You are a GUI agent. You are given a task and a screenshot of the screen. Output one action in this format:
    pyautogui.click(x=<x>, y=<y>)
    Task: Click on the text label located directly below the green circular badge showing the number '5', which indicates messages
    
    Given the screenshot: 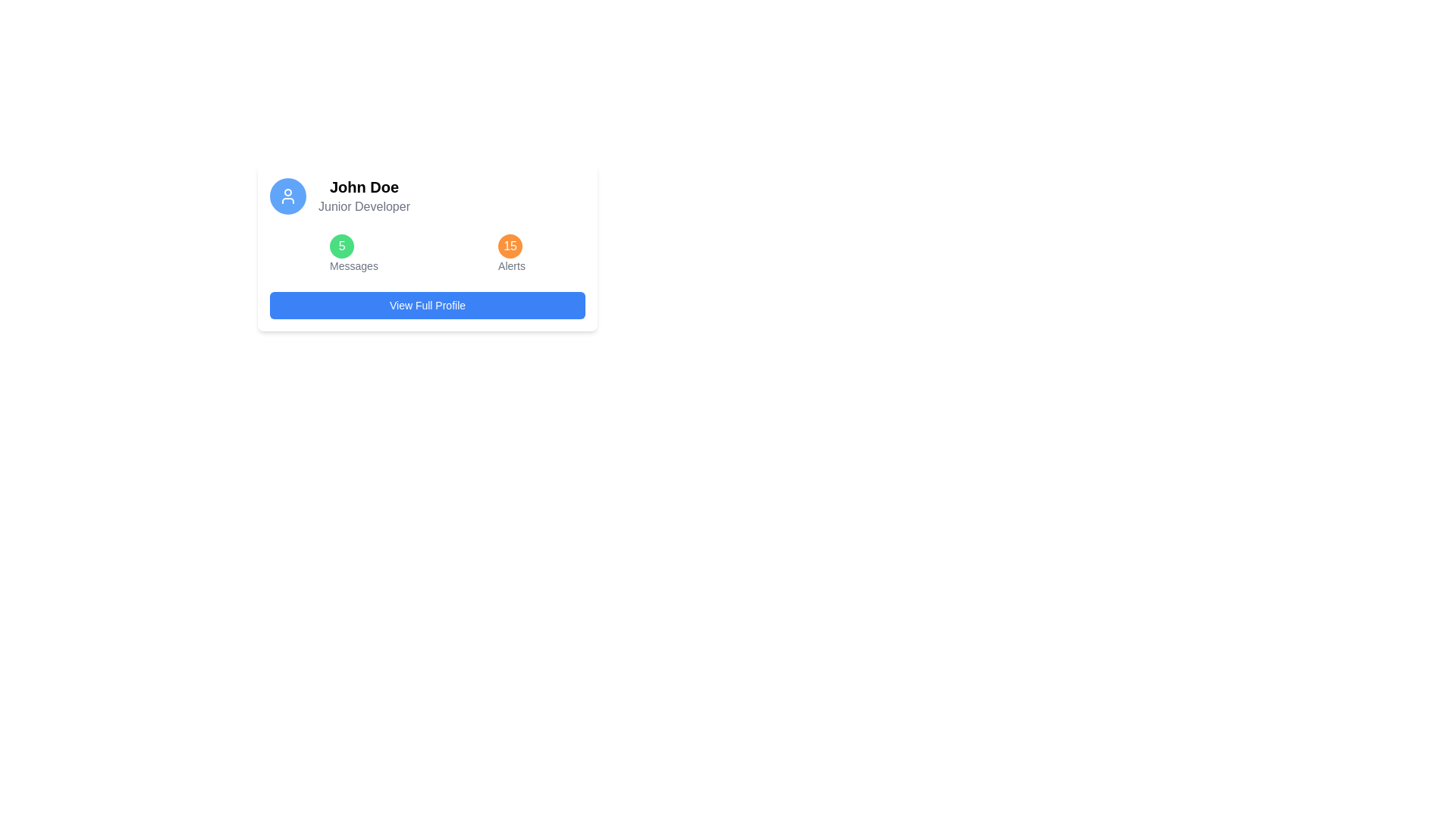 What is the action you would take?
    pyautogui.click(x=353, y=265)
    